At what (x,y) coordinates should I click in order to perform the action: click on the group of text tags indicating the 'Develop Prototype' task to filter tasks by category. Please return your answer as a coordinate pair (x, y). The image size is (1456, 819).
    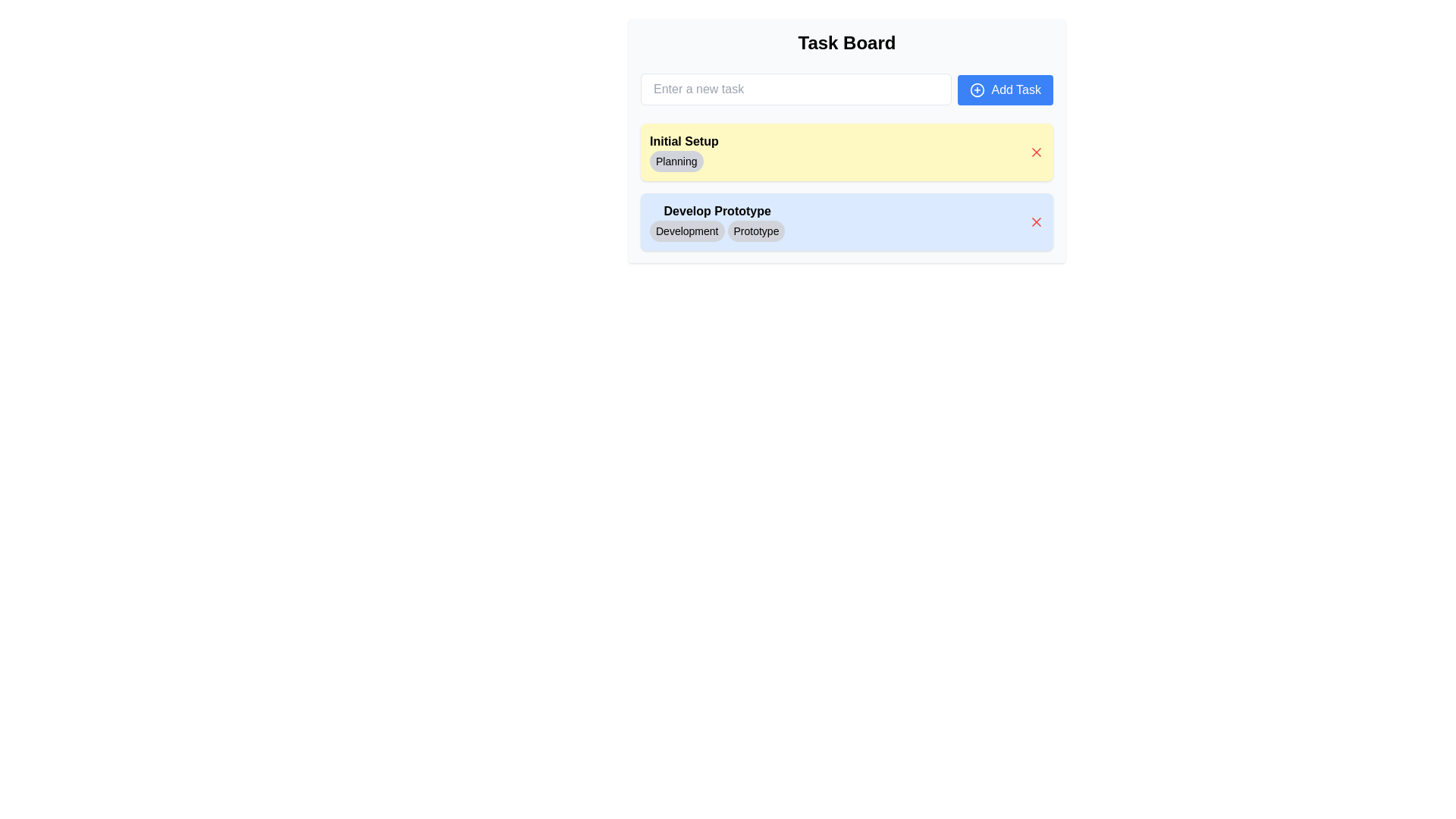
    Looking at the image, I should click on (716, 222).